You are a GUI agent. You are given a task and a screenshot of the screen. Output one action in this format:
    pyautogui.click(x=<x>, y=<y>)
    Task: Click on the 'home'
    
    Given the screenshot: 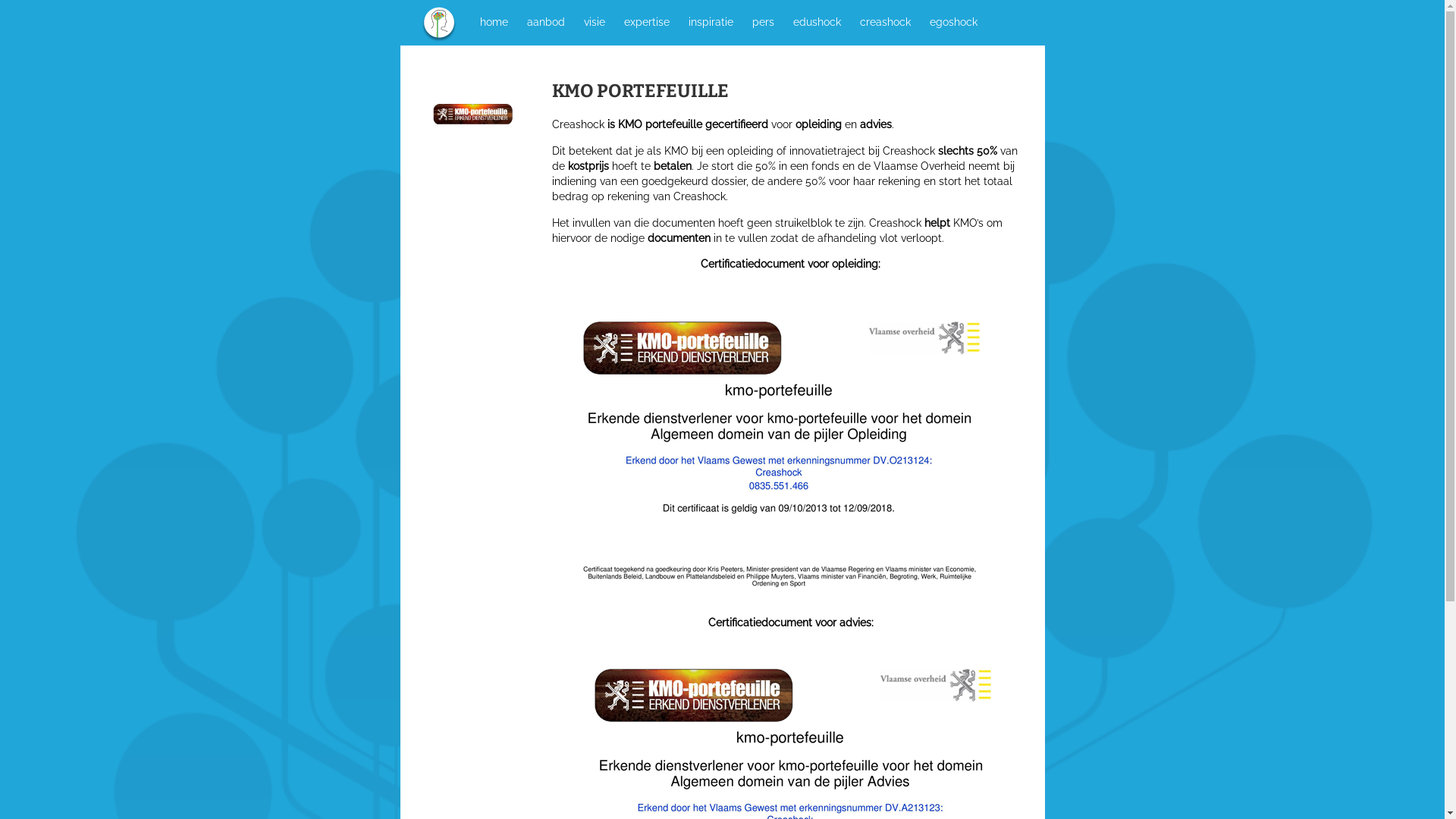 What is the action you would take?
    pyautogui.click(x=475, y=21)
    